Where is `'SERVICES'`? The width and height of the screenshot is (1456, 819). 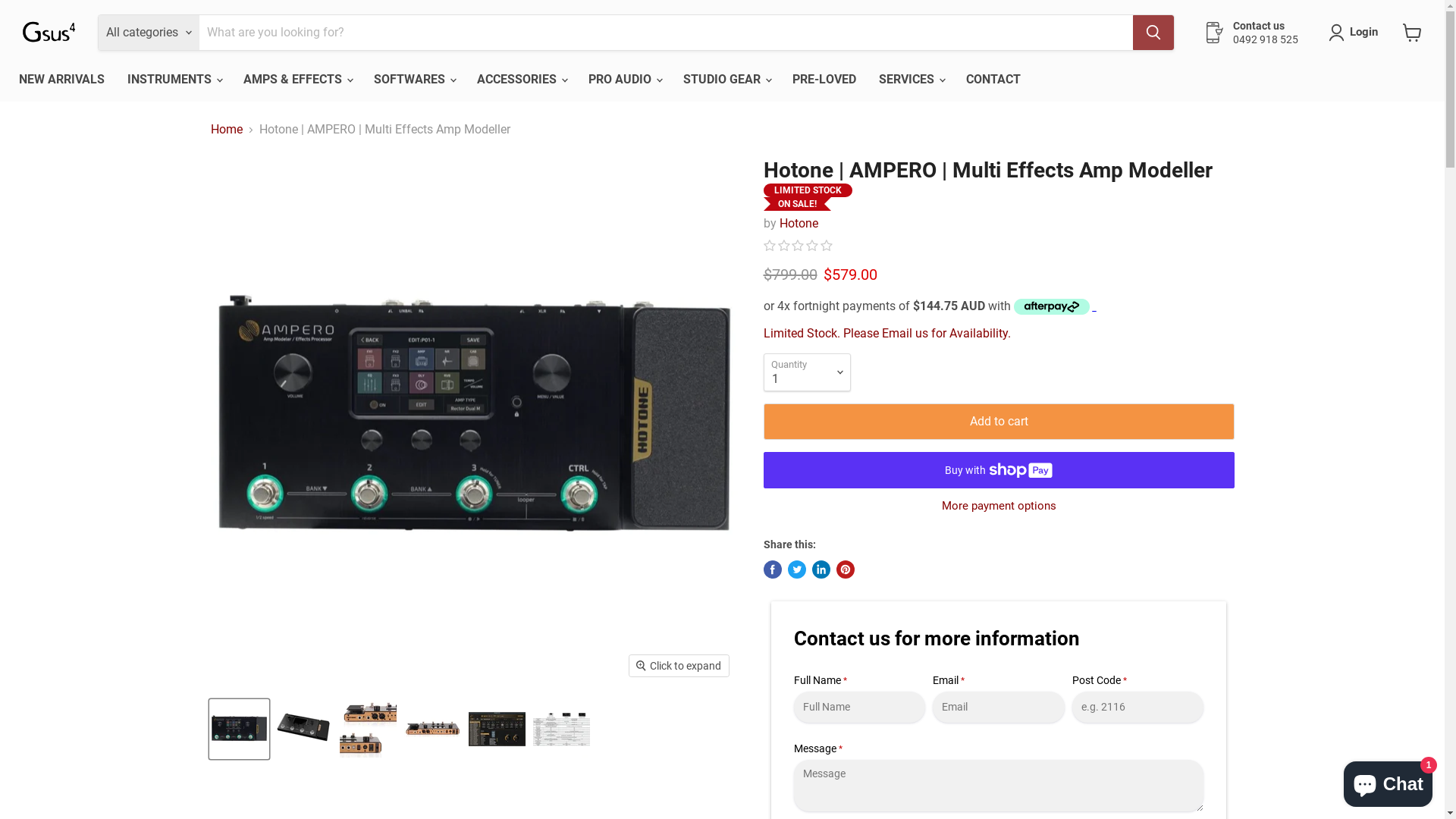
'SERVICES' is located at coordinates (910, 79).